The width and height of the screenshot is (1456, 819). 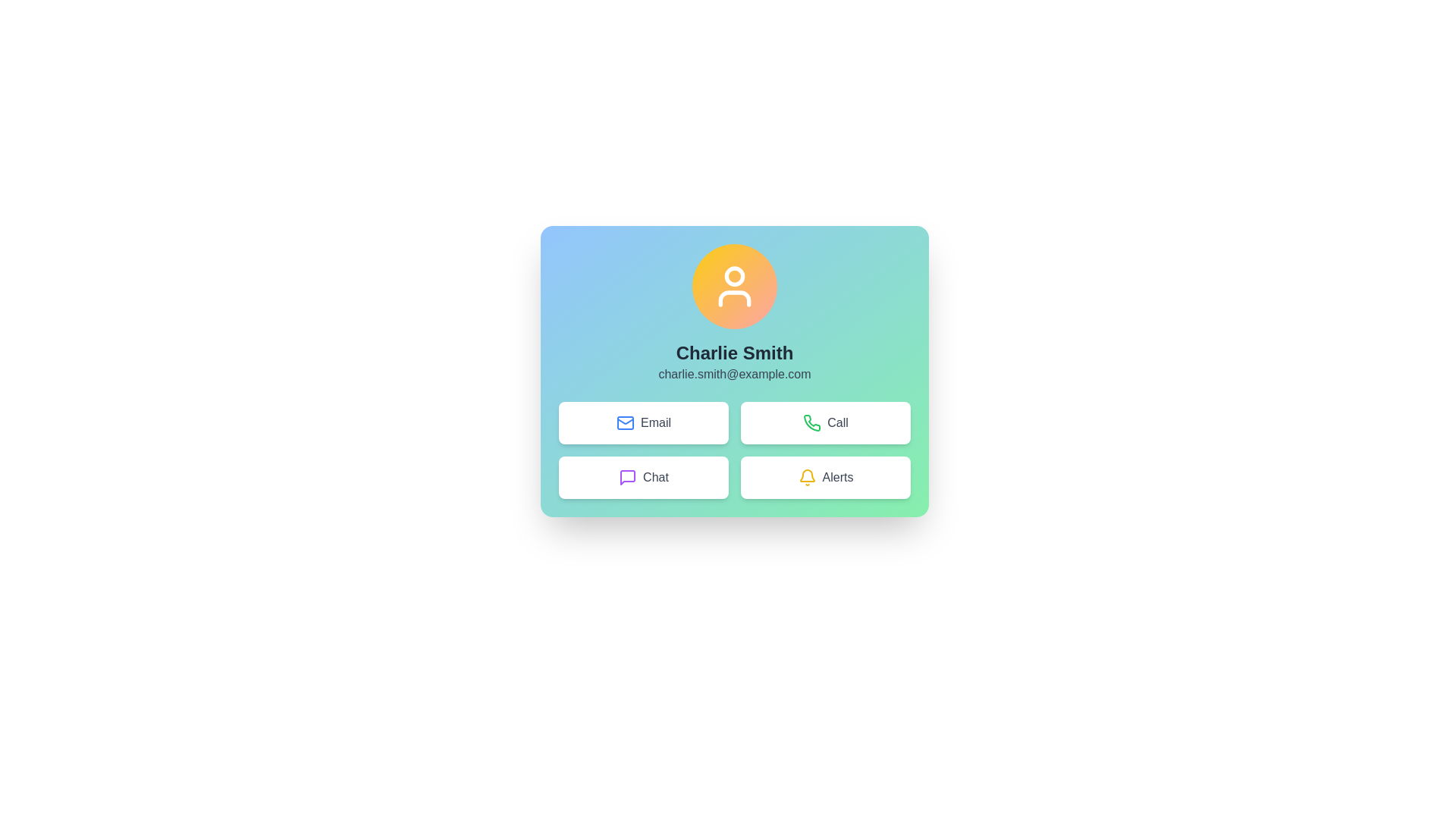 What do you see at coordinates (825, 476) in the screenshot?
I see `the 'Alerts' button` at bounding box center [825, 476].